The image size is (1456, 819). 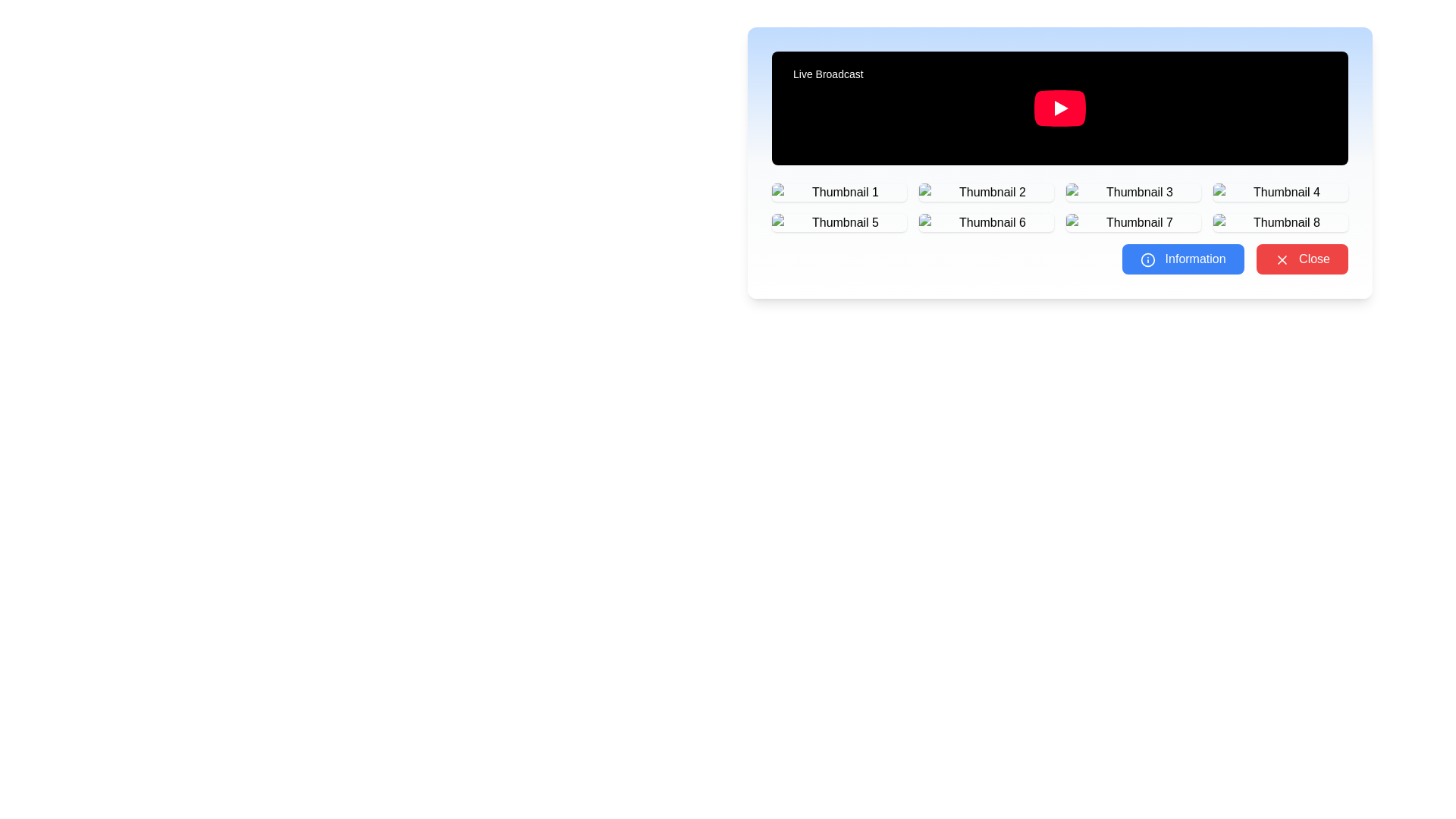 I want to click on the circular icon border of the play button for the video thumbnail labeled 'Thumbnail 8' located, so click(x=1280, y=222).